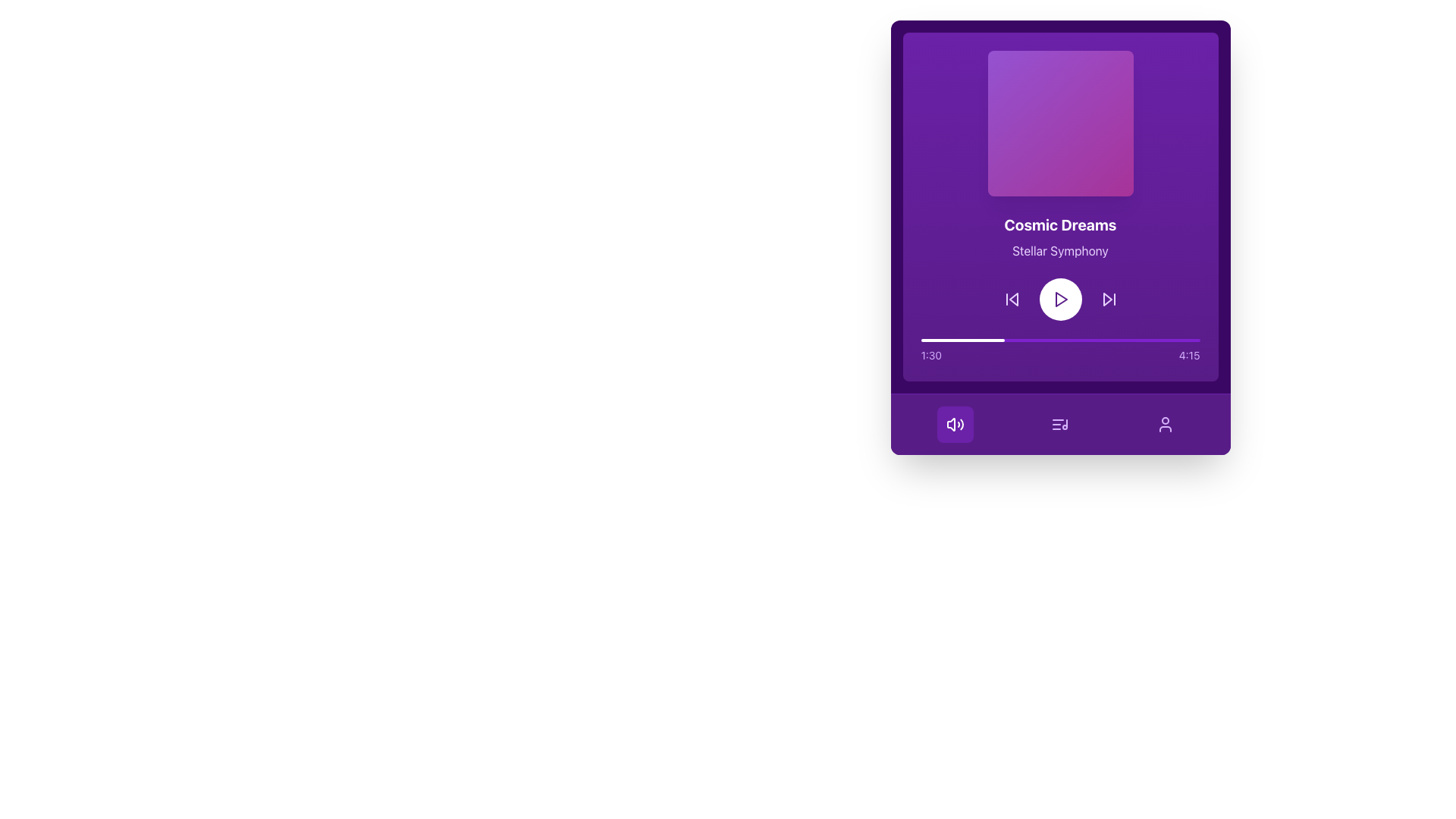  I want to click on the progress bar located at the bottom of the music player card layout, so click(1059, 350).